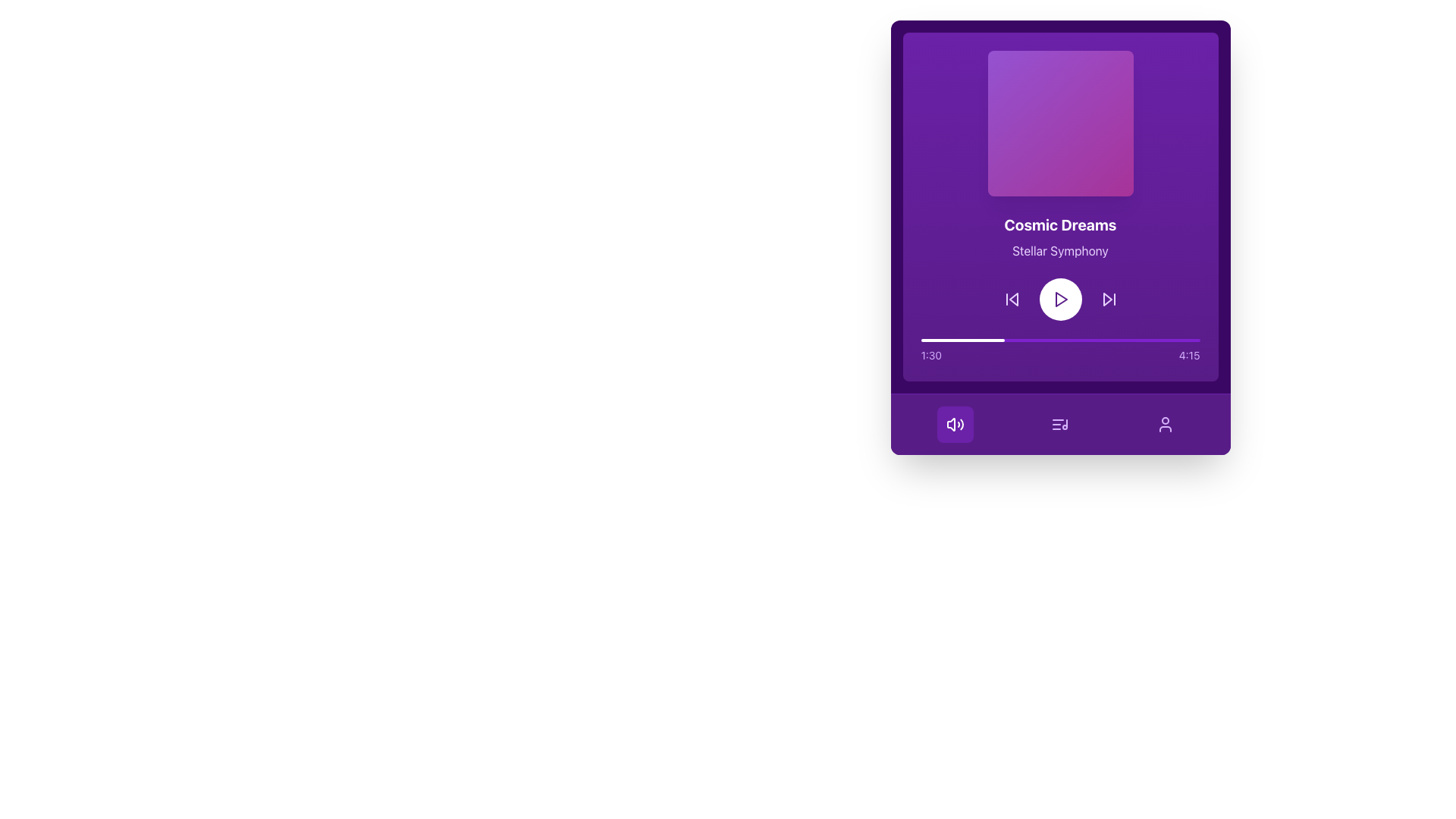  I want to click on the progress bar located at the bottom of the music player card layout, so click(1059, 350).